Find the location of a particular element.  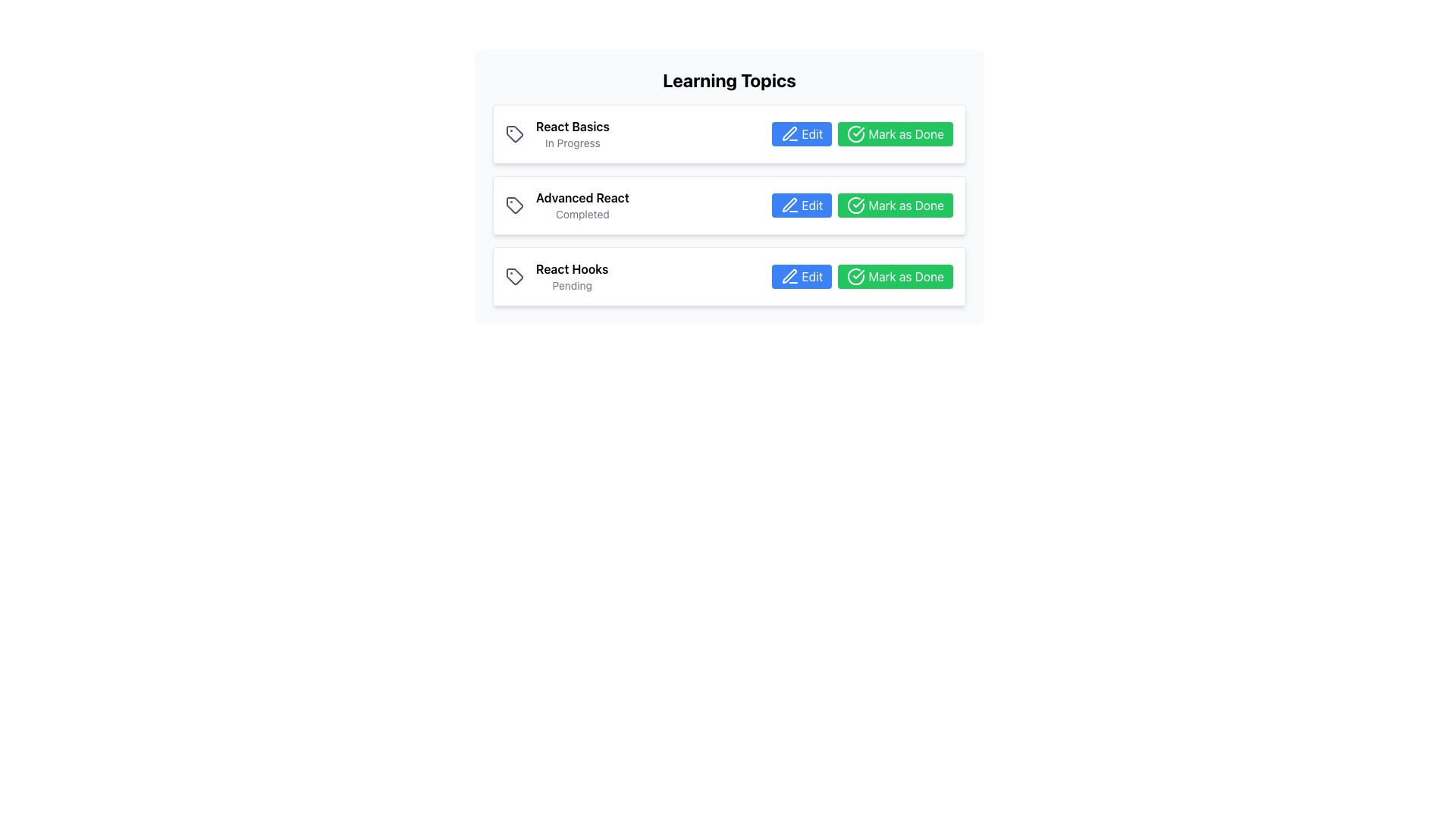

the text element displaying 'React Basics' and 'In Progress', which is the first item in the vertical list of learning topics is located at coordinates (572, 133).